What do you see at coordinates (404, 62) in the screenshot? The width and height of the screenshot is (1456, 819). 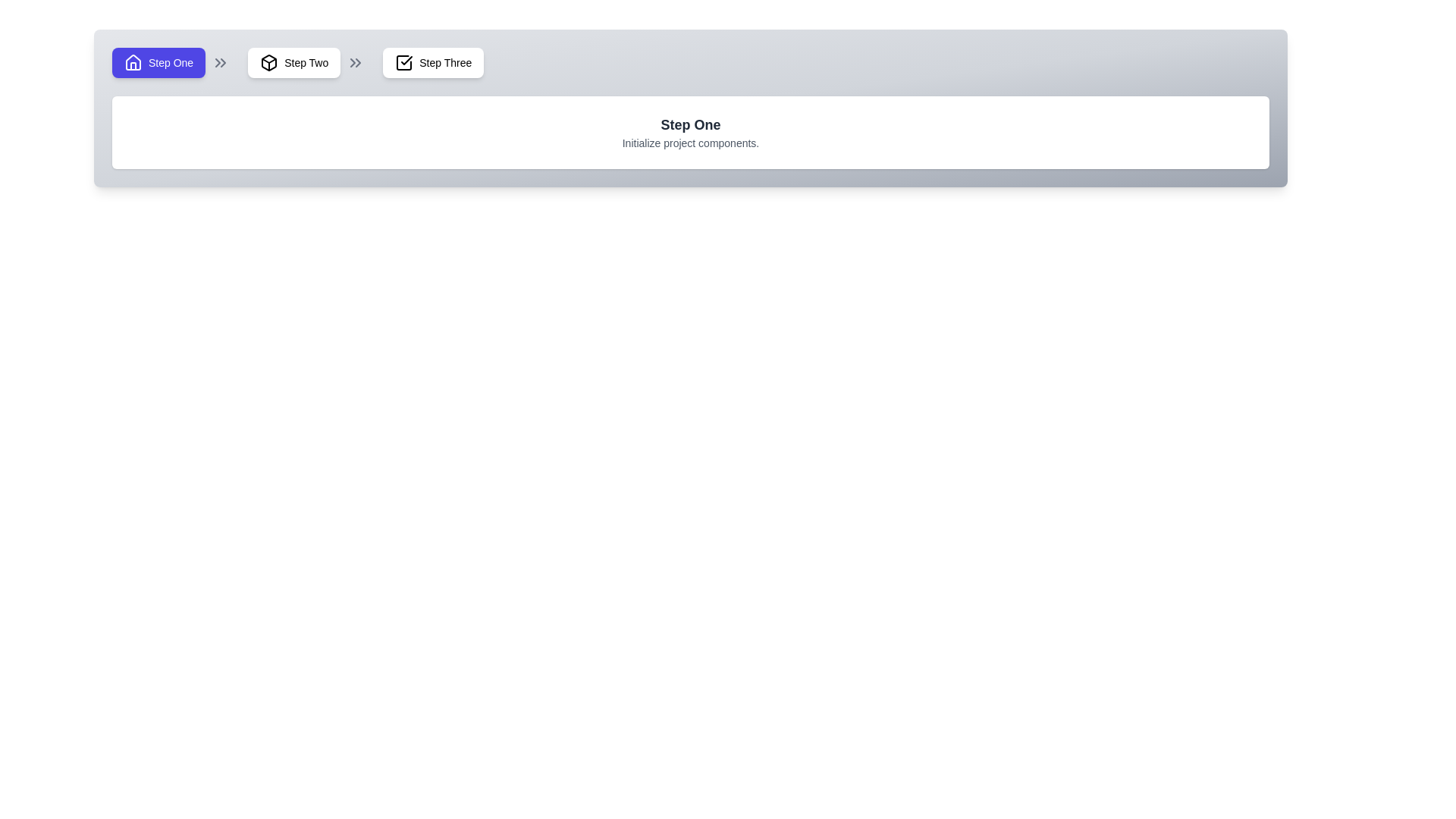 I see `the progress indicator icon for 'Step Three' in the step-by-step navigation bar, which visually signals the completion of this step` at bounding box center [404, 62].